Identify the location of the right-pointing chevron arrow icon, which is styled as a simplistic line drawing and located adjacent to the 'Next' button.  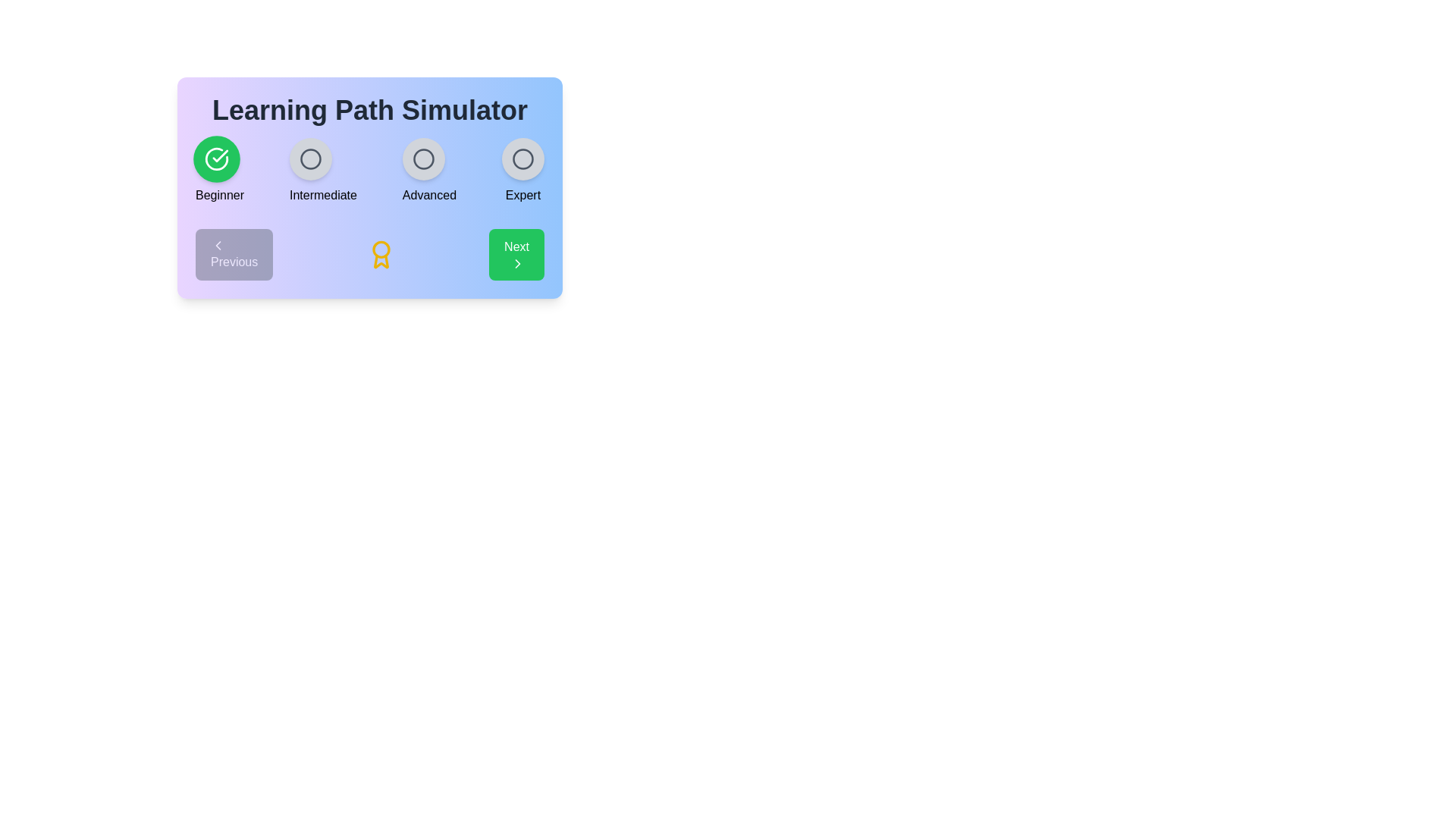
(518, 262).